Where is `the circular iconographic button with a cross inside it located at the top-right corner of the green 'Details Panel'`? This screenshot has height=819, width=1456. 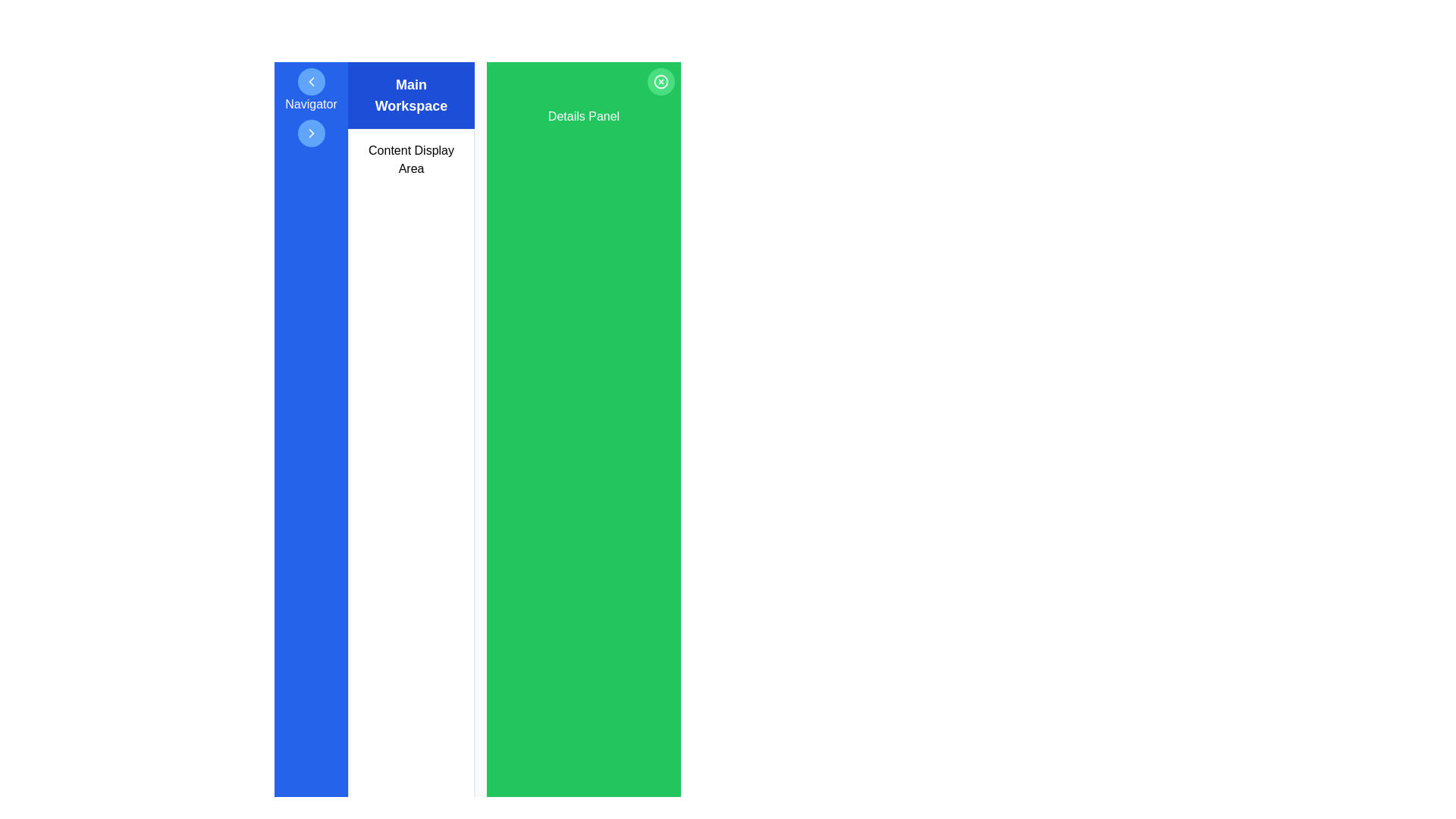
the circular iconographic button with a cross inside it located at the top-right corner of the green 'Details Panel' is located at coordinates (661, 82).